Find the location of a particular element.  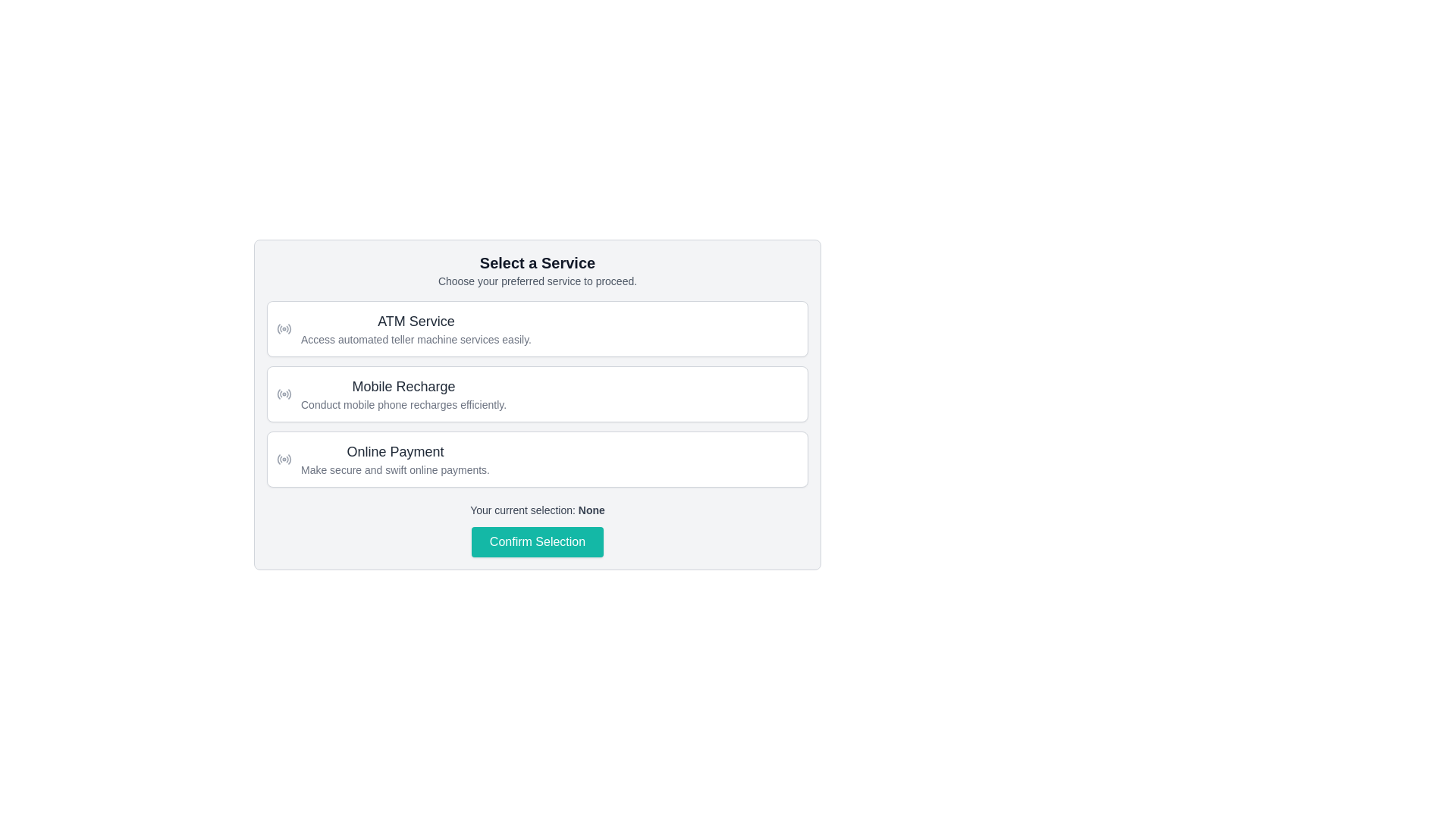

the area around the 'ATM Service' text label by is located at coordinates (416, 321).